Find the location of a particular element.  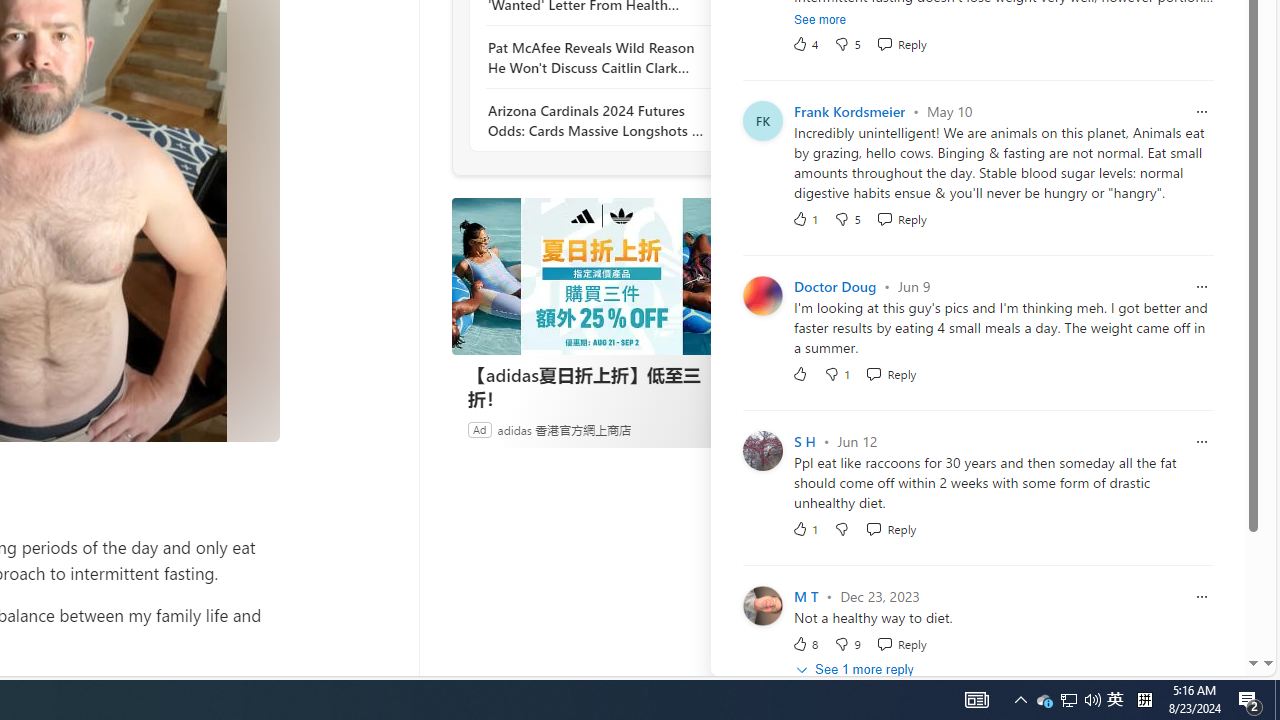

'Doctor Doug' is located at coordinates (835, 286).